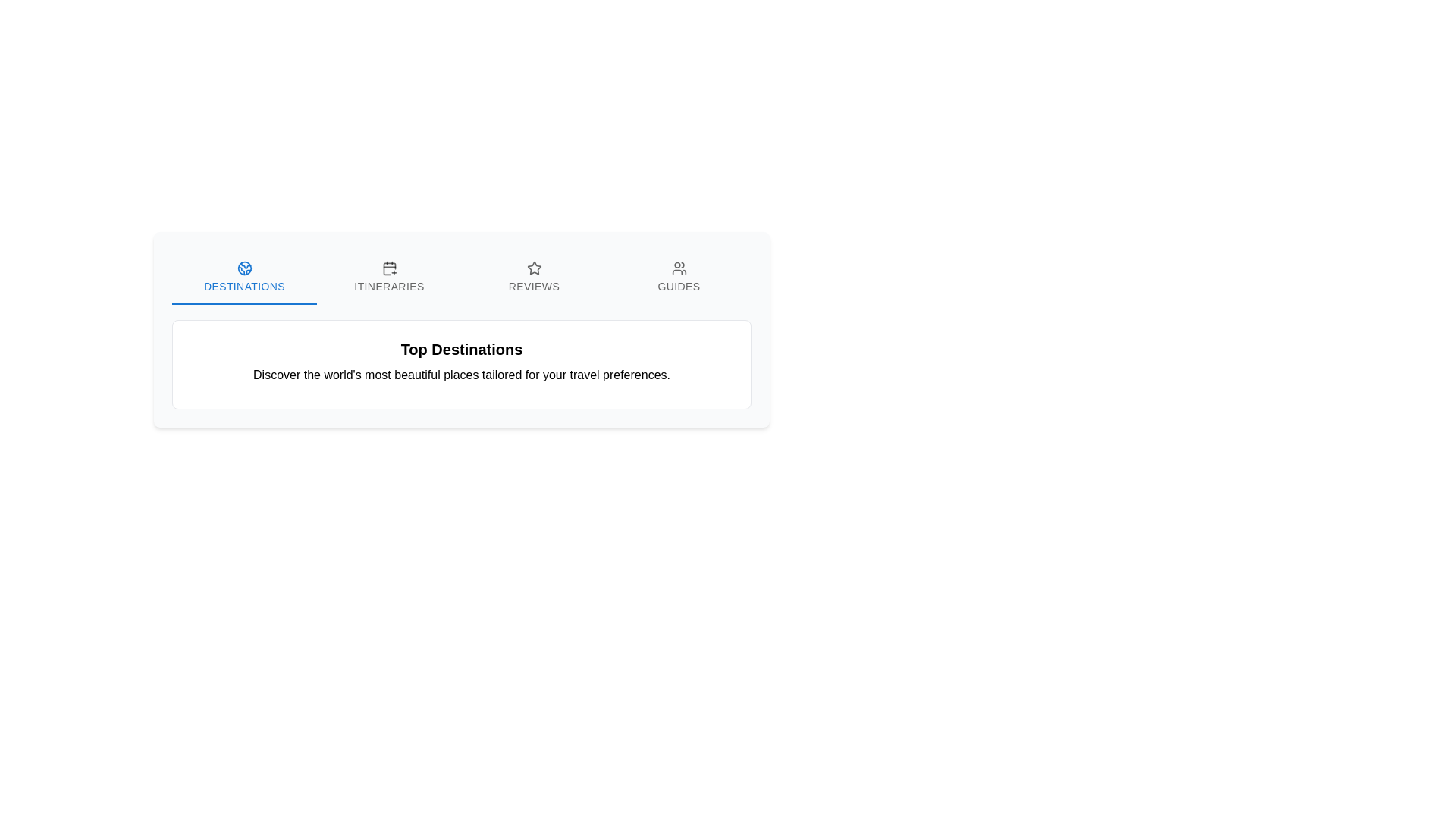 This screenshot has height=819, width=1456. What do you see at coordinates (678, 268) in the screenshot?
I see `the icon representing a group of people located in the 'Guides' tab at the far right of the navigation tabs above the label 'Guides'` at bounding box center [678, 268].